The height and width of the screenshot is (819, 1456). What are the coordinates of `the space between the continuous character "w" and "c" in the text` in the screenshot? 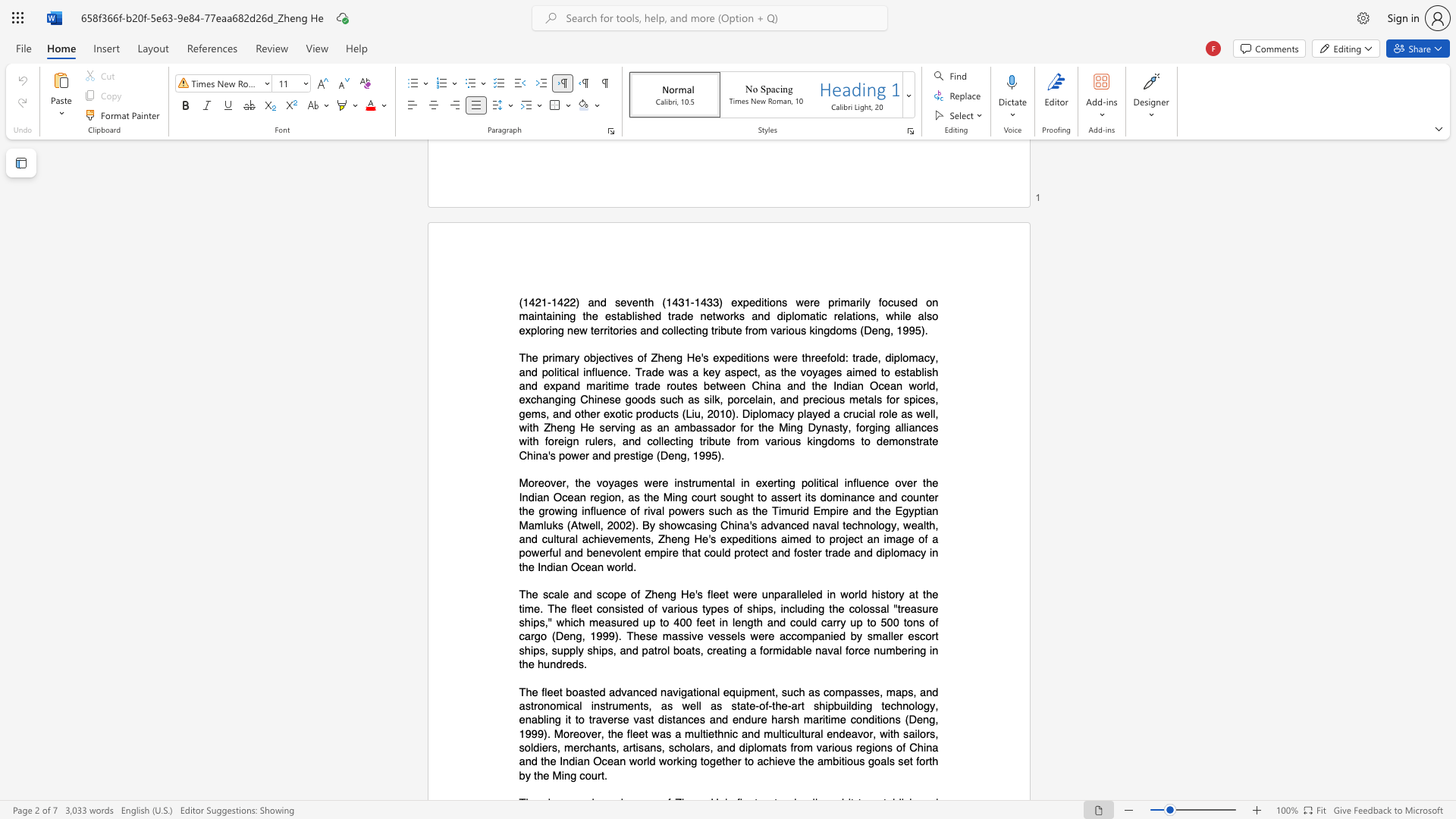 It's located at (683, 524).